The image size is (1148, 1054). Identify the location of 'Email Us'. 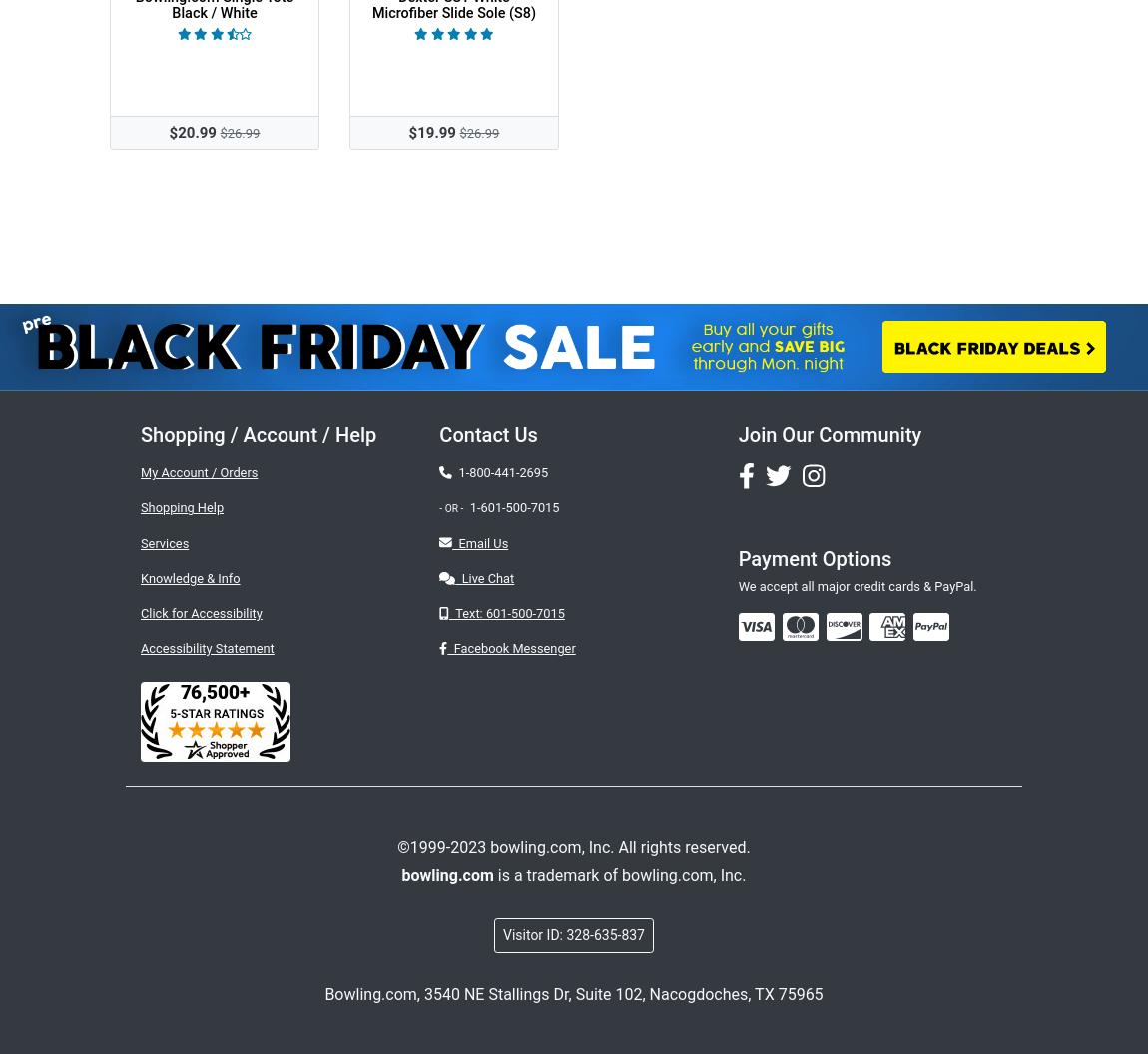
(451, 542).